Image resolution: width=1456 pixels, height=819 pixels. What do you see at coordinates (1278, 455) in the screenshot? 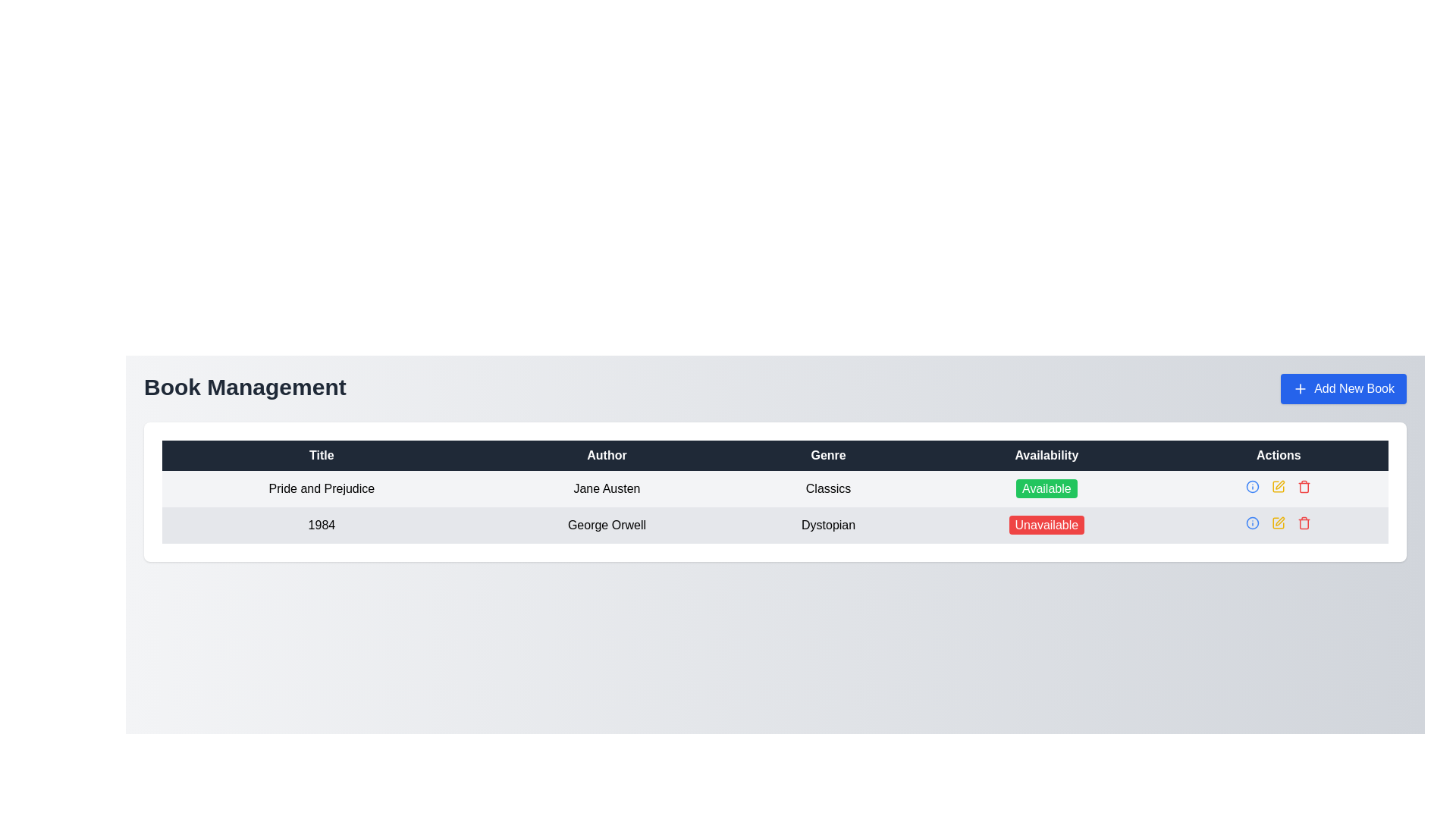
I see `the table header cell dedicated to actions related to book entries, located in the last column of the header row, following the 'Availability' column` at bounding box center [1278, 455].